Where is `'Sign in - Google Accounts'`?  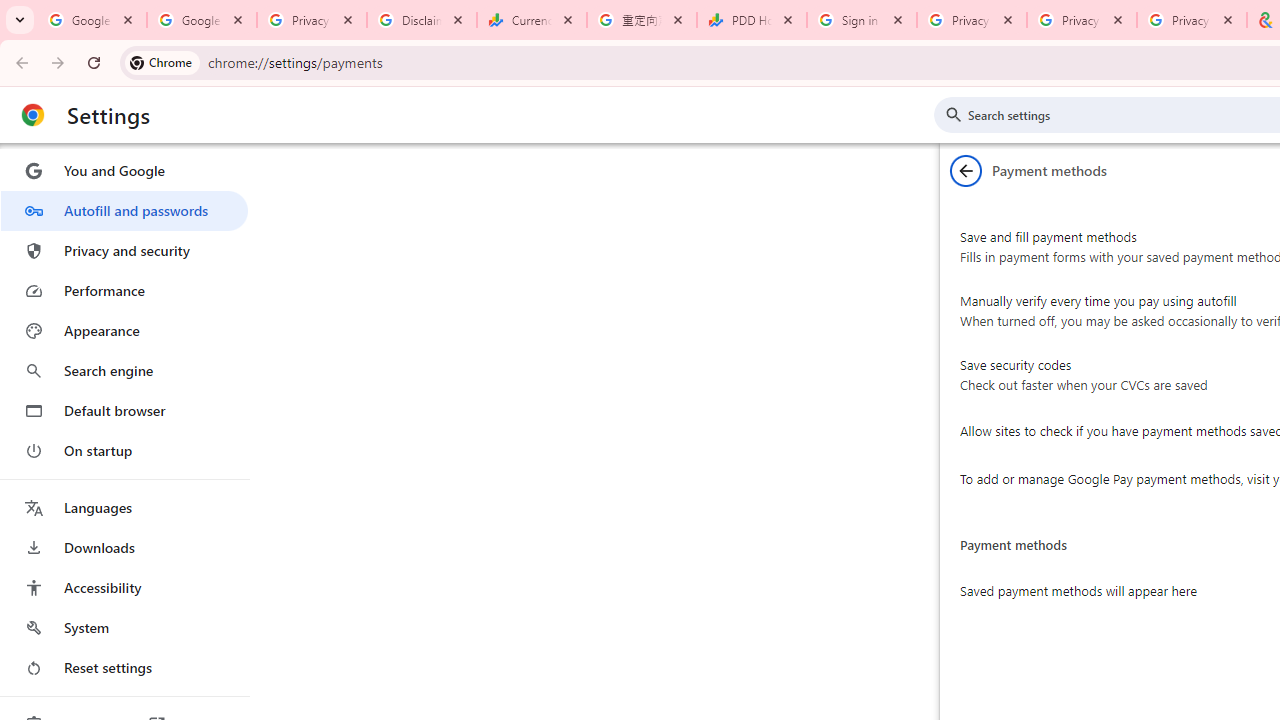 'Sign in - Google Accounts' is located at coordinates (861, 20).